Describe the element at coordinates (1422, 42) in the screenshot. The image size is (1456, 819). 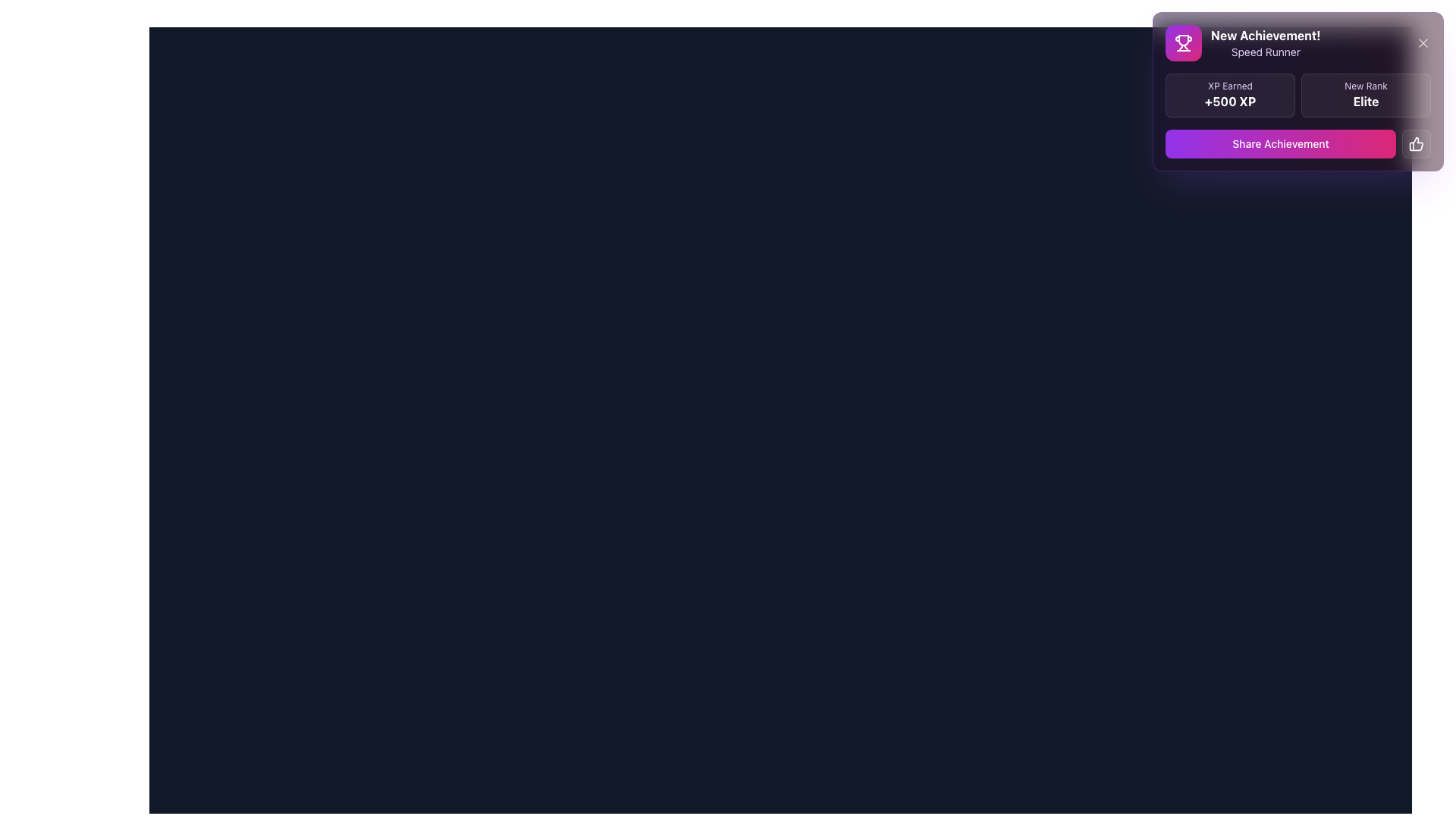
I see `the close button located at the top-right corner of the notification panel titled 'New Achievement! Speed Runner'` at that location.